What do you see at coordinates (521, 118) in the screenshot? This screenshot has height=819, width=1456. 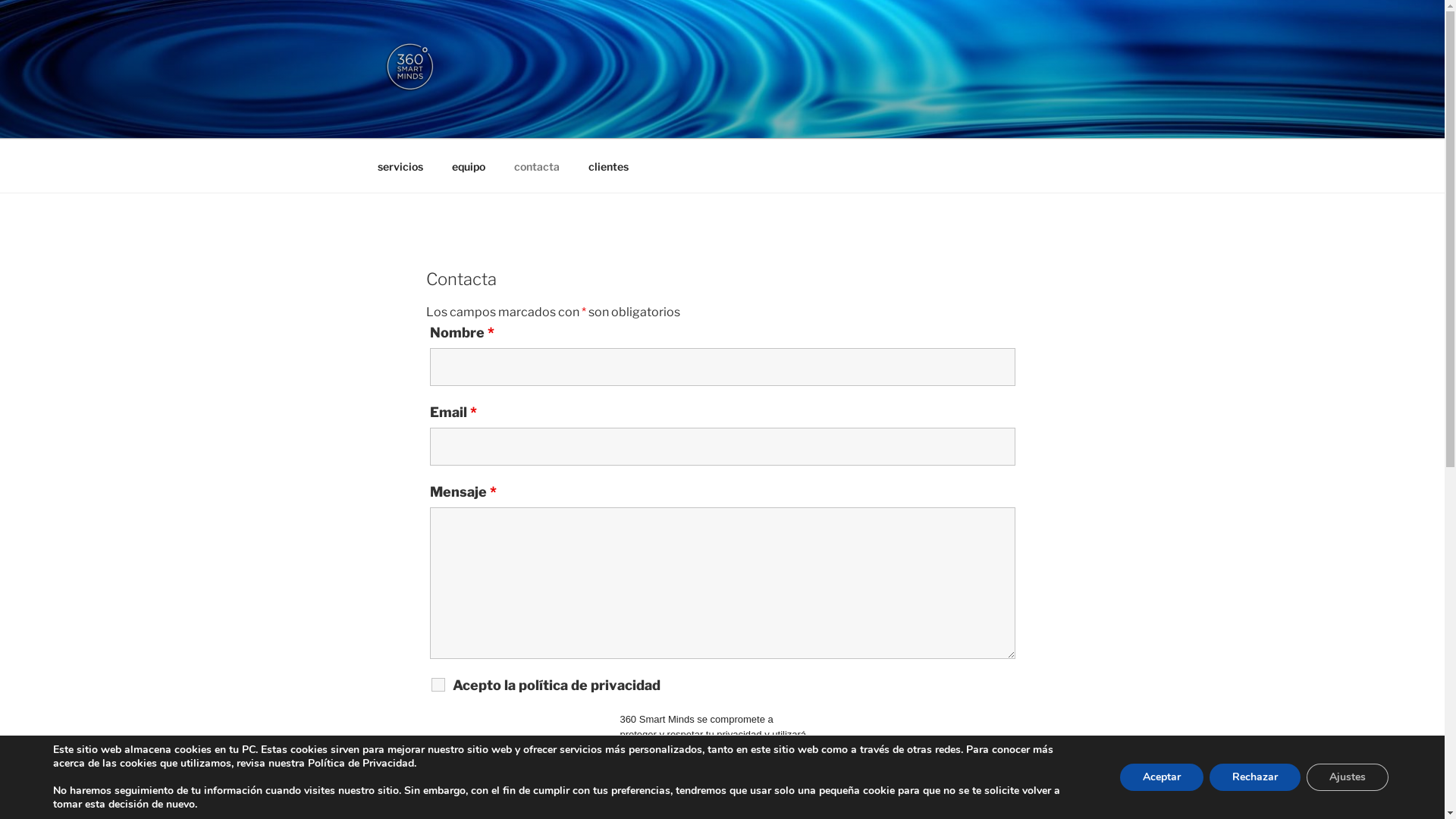 I see `'360SMARTMINDS'` at bounding box center [521, 118].